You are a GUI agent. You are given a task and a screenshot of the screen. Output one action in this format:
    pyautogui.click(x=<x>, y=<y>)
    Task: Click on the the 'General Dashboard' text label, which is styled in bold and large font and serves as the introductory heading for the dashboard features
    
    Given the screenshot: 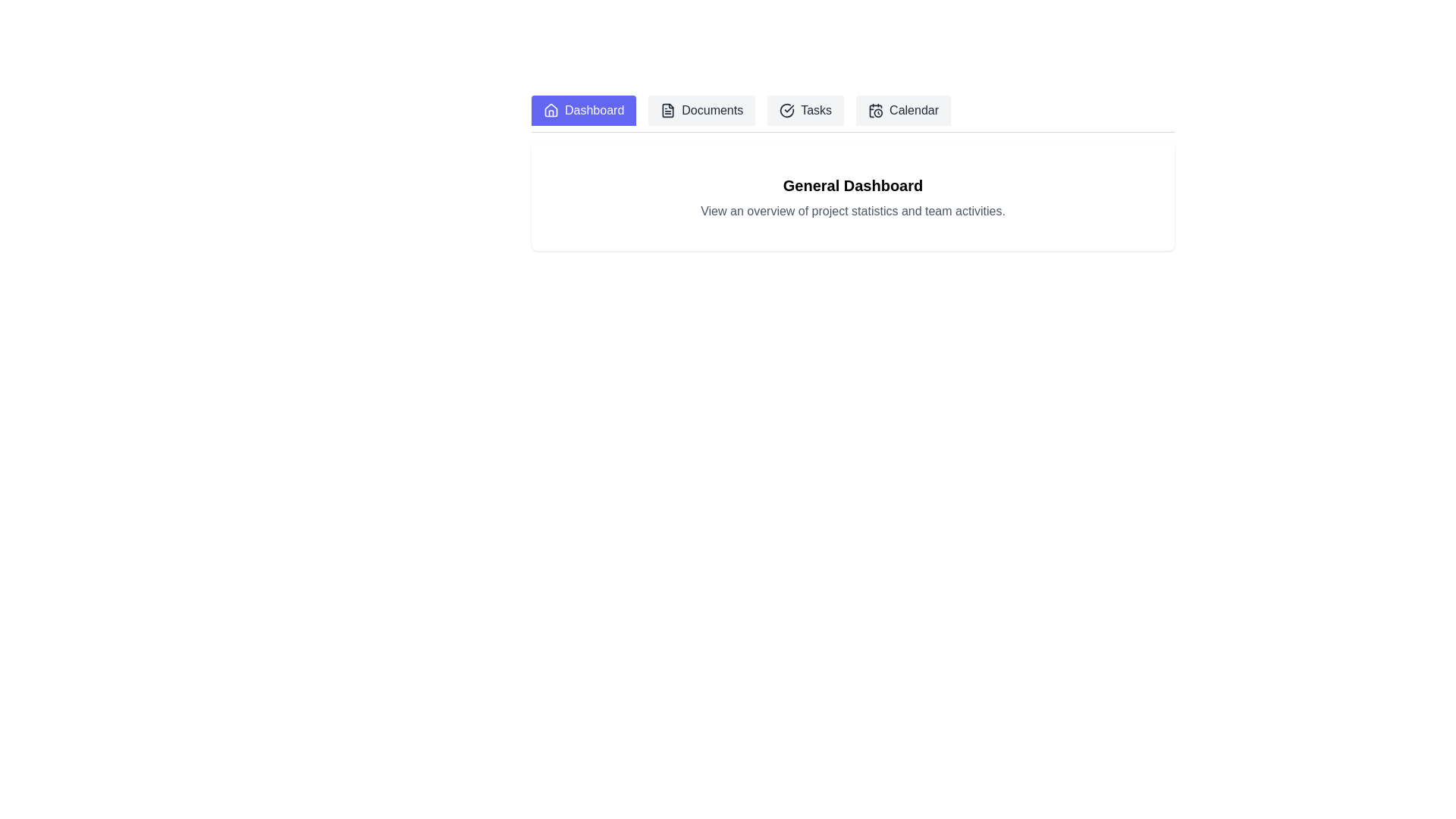 What is the action you would take?
    pyautogui.click(x=852, y=185)
    